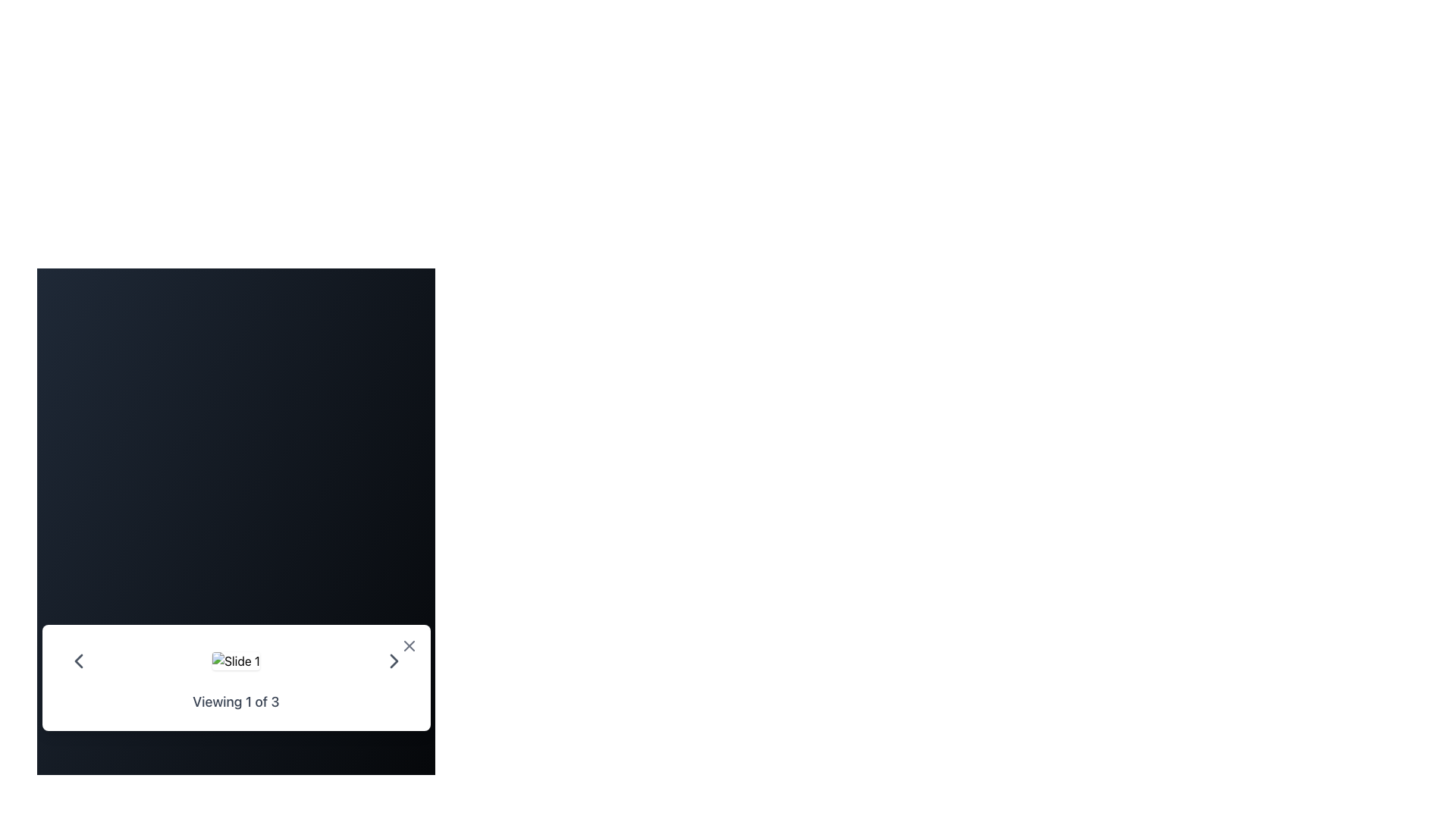  Describe the element at coordinates (77, 660) in the screenshot. I see `the left-facing chevron icon button located at the far-left side of the navigation bar` at that location.